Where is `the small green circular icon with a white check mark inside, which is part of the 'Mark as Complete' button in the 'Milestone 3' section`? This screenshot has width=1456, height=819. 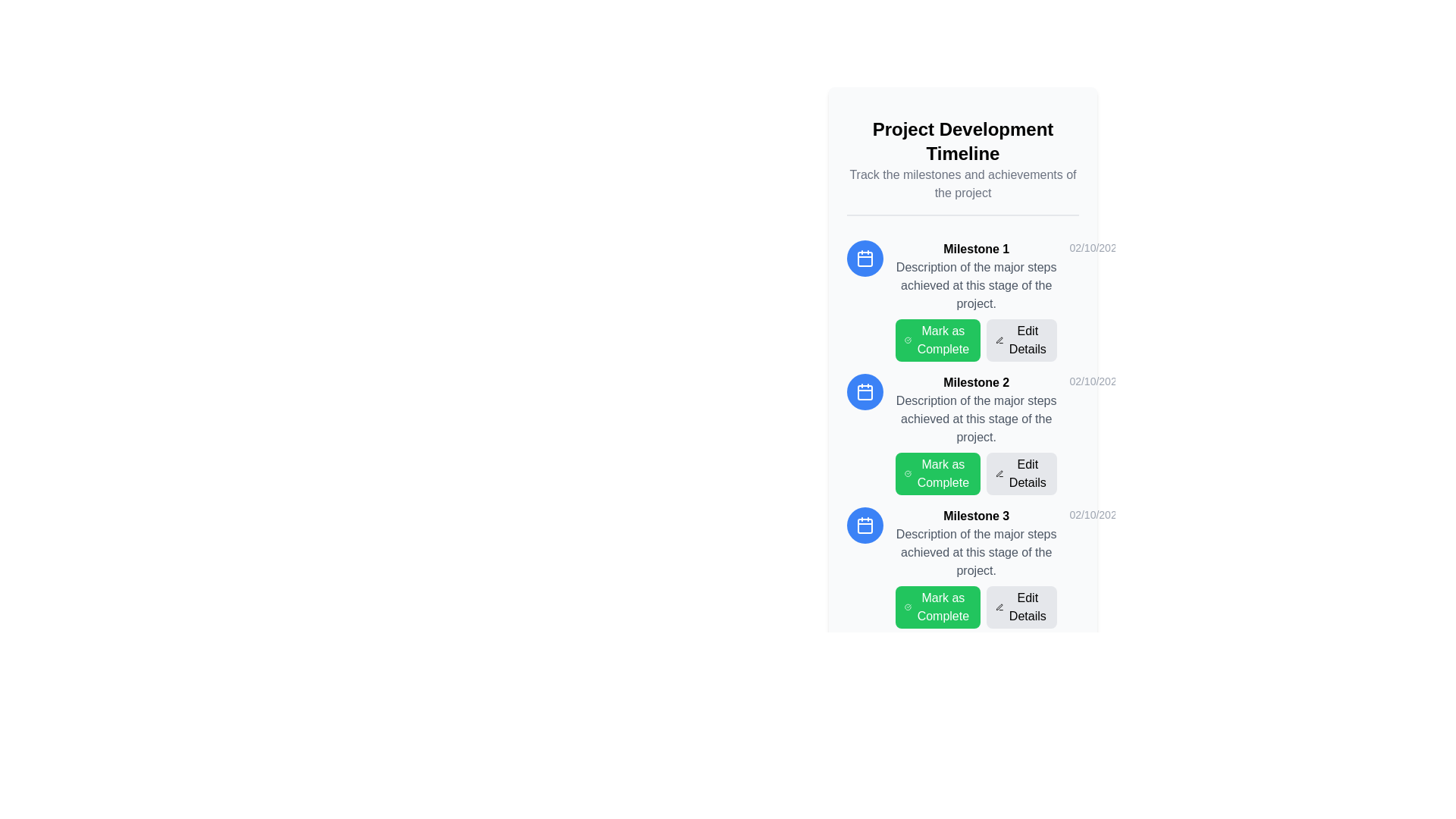 the small green circular icon with a white check mark inside, which is part of the 'Mark as Complete' button in the 'Milestone 3' section is located at coordinates (908, 607).